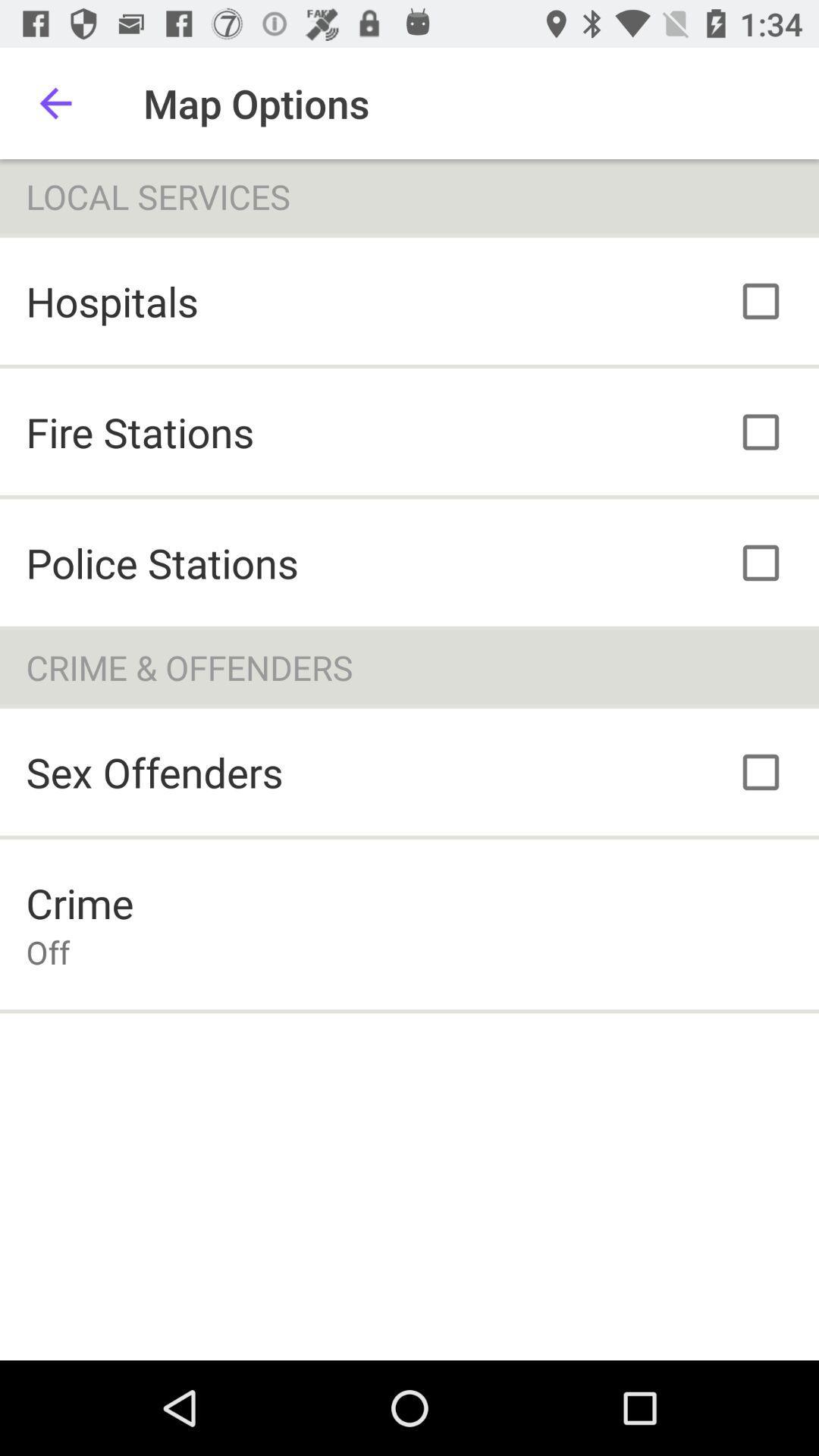 Image resolution: width=819 pixels, height=1456 pixels. What do you see at coordinates (155, 772) in the screenshot?
I see `the icon below the crime & offenders` at bounding box center [155, 772].